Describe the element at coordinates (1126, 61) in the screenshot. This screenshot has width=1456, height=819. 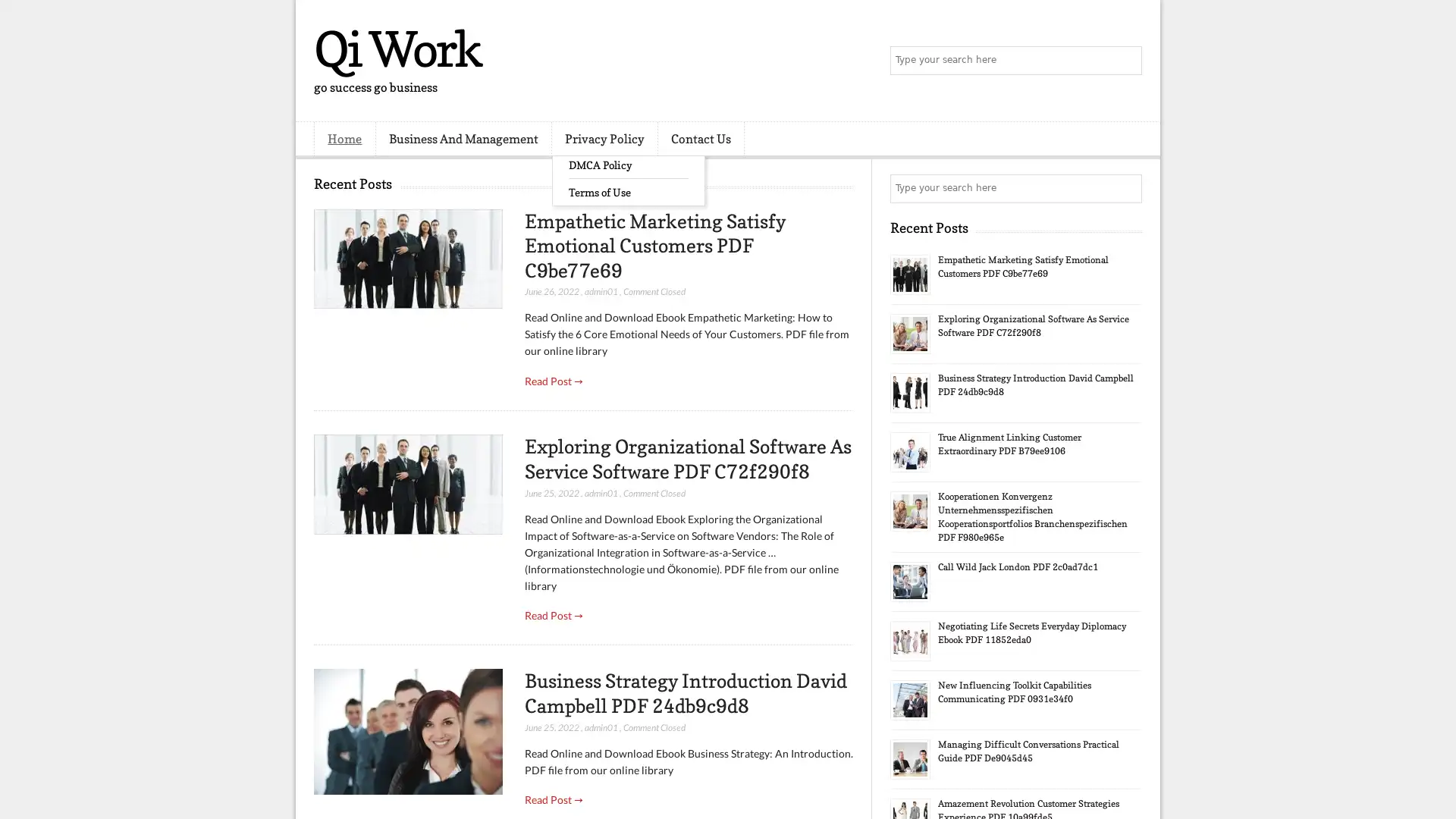
I see `Search` at that location.